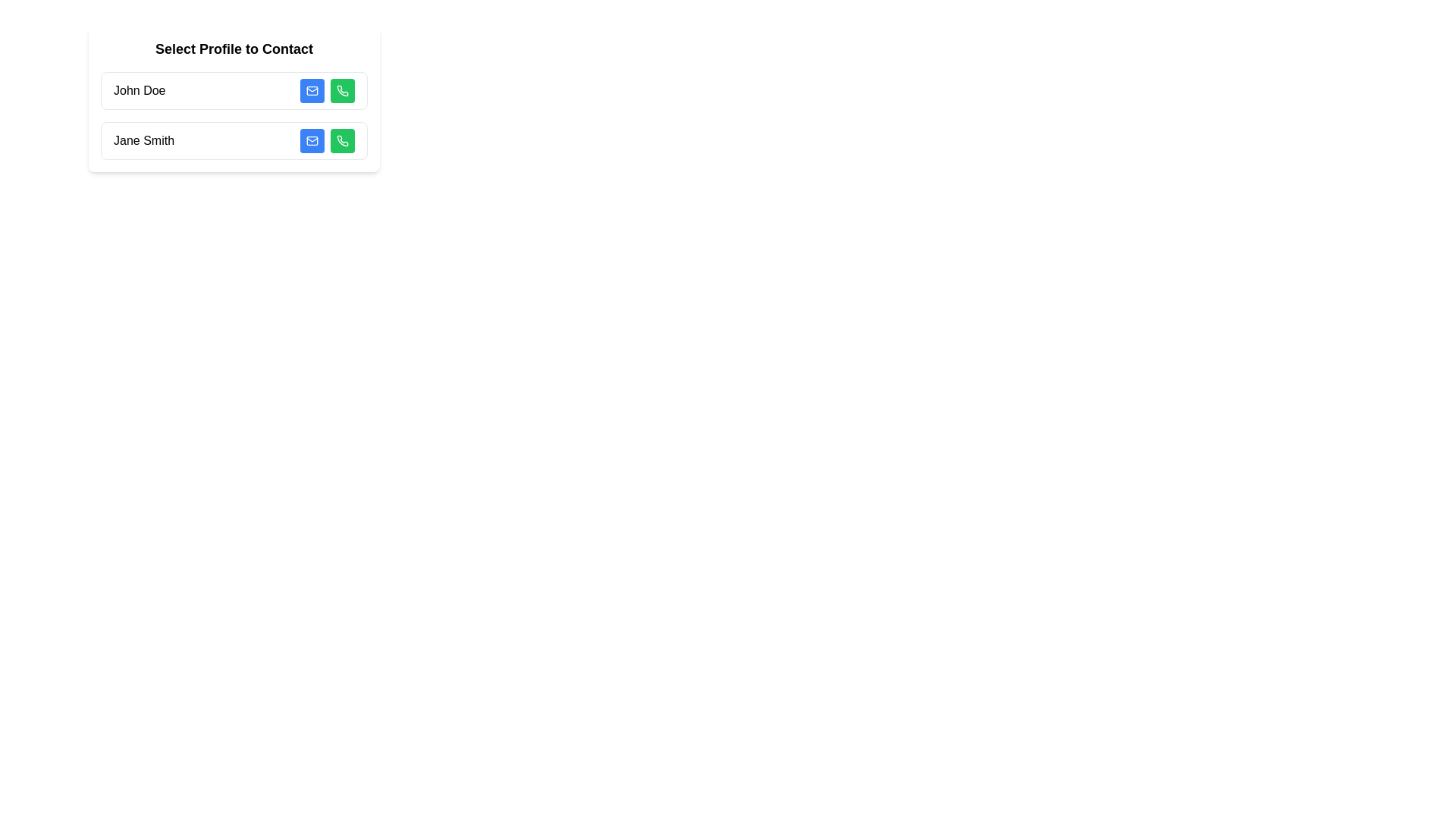  Describe the element at coordinates (312, 140) in the screenshot. I see `the mail button with a rounded shape and blue background` at that location.